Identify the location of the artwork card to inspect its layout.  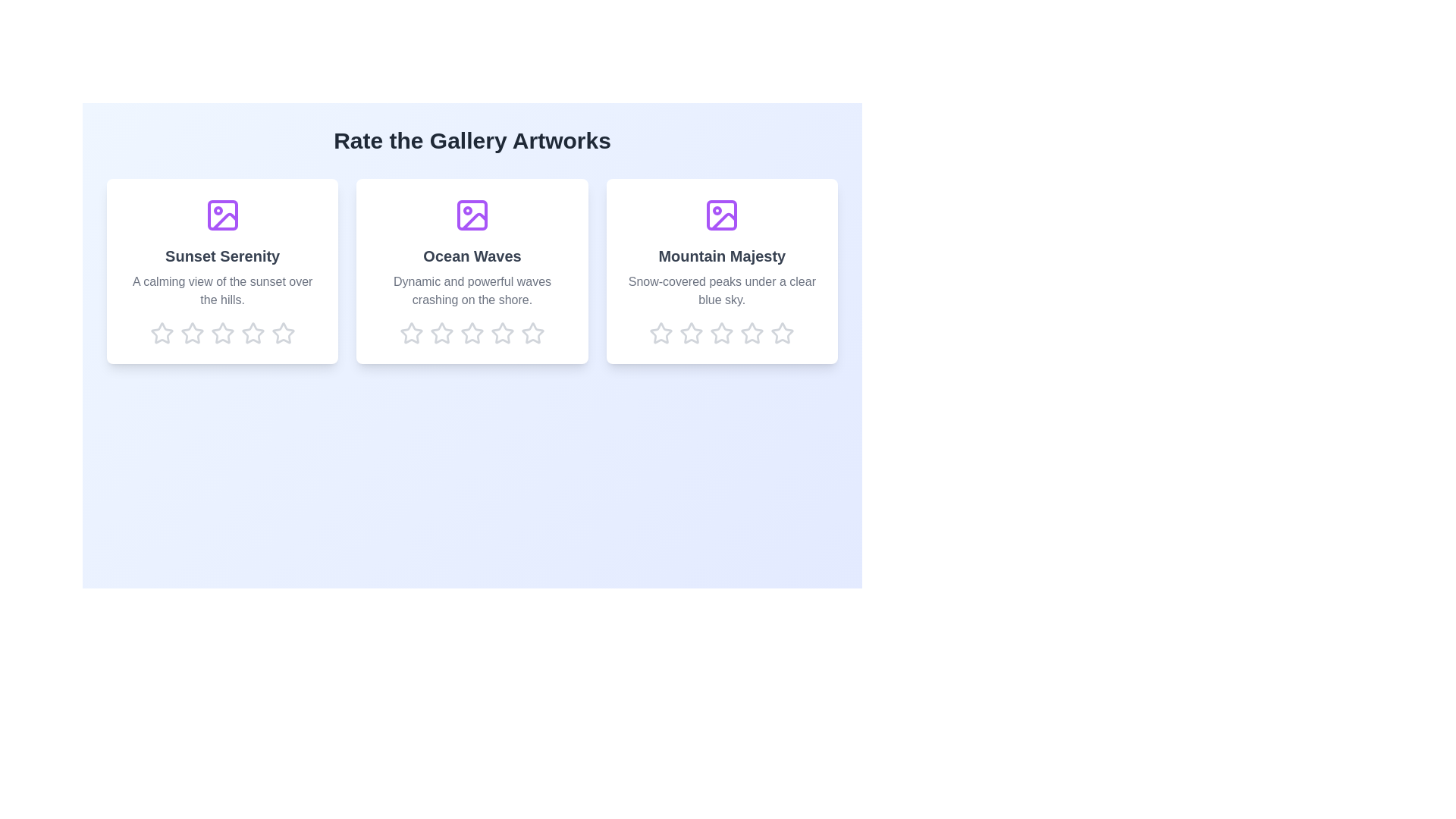
(221, 271).